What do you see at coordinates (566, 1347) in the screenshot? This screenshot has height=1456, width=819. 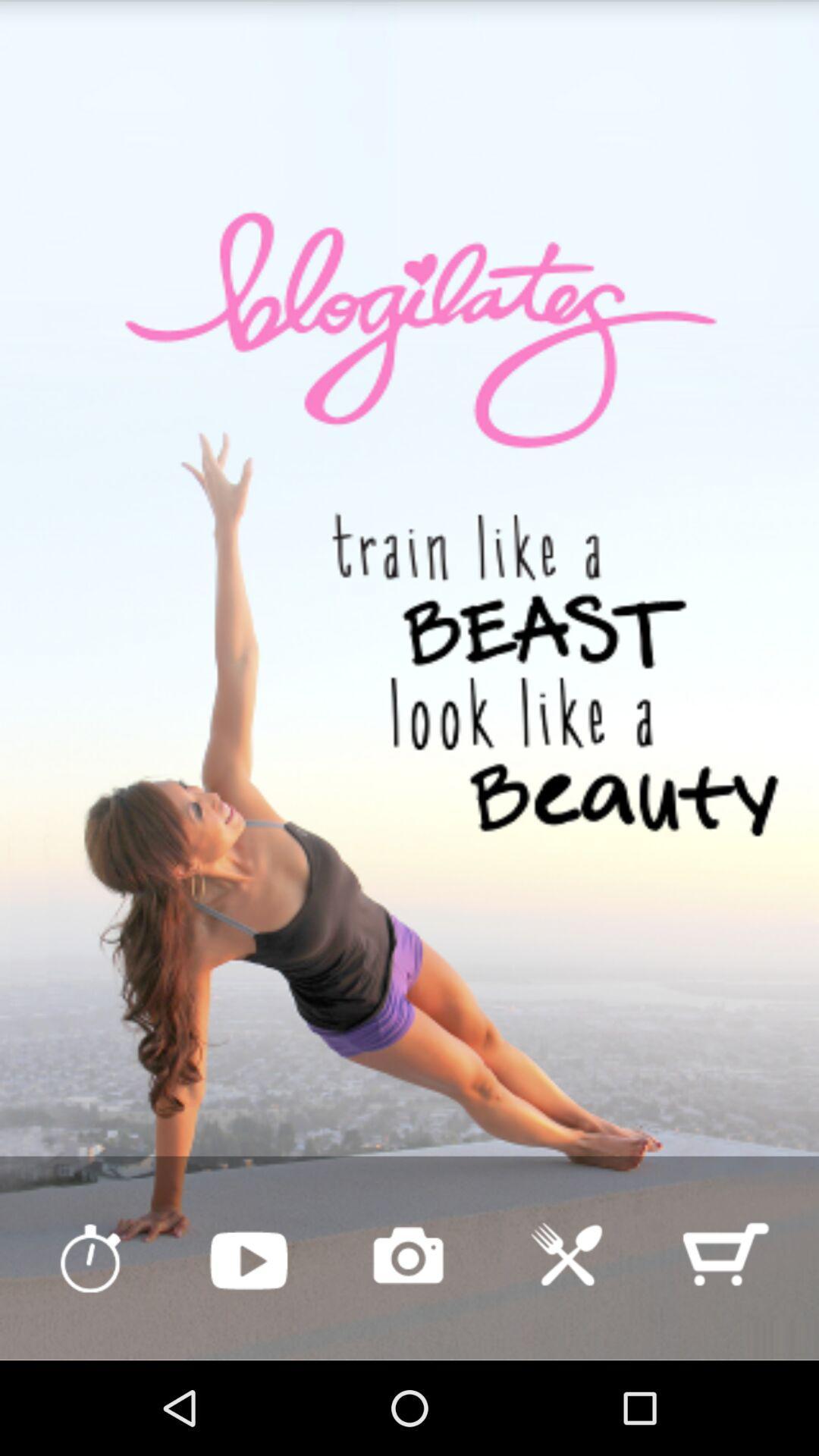 I see `the close icon` at bounding box center [566, 1347].